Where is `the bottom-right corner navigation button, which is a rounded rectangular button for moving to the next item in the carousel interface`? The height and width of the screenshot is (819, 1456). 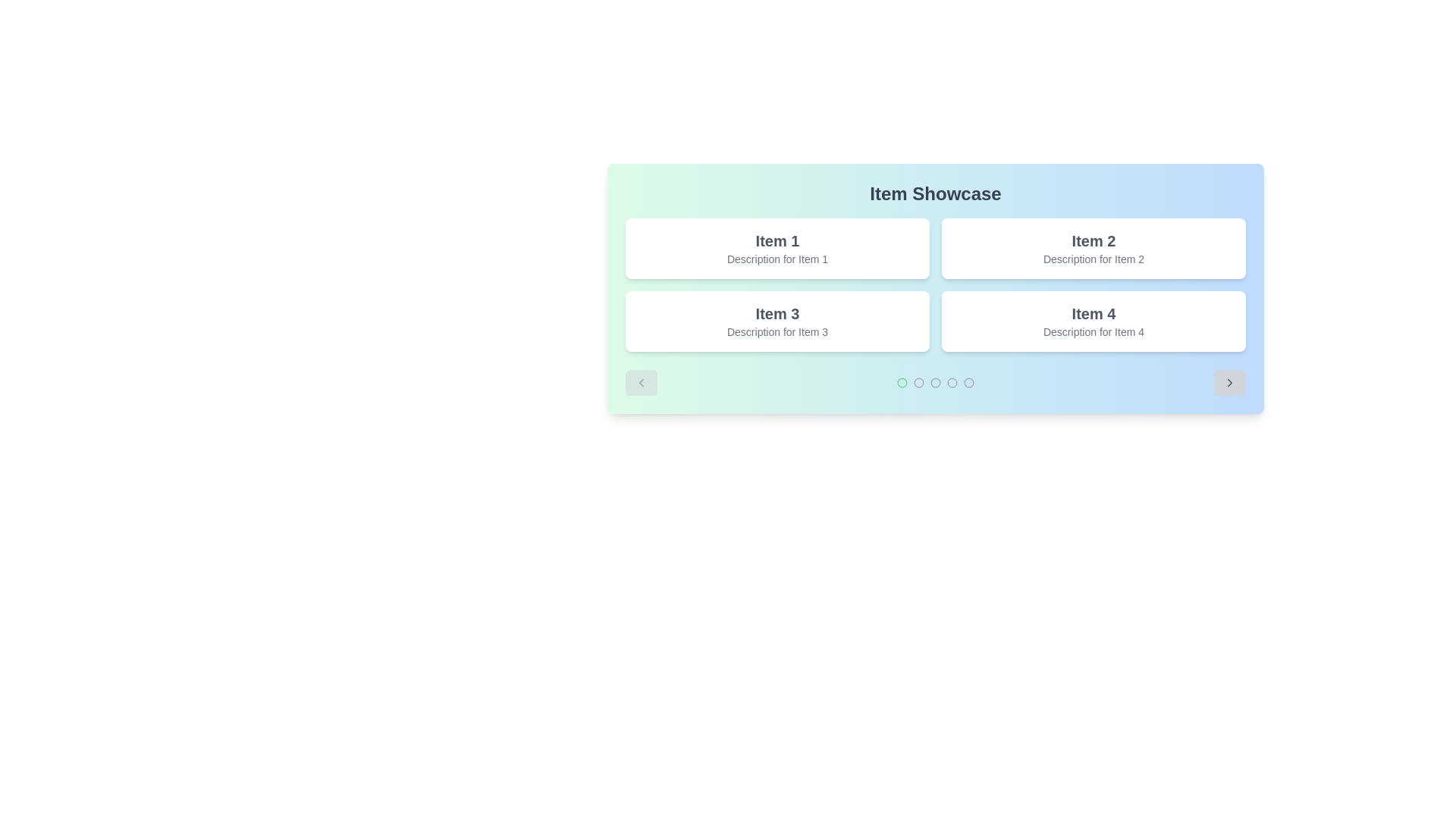 the bottom-right corner navigation button, which is a rounded rectangular button for moving to the next item in the carousel interface is located at coordinates (1230, 382).